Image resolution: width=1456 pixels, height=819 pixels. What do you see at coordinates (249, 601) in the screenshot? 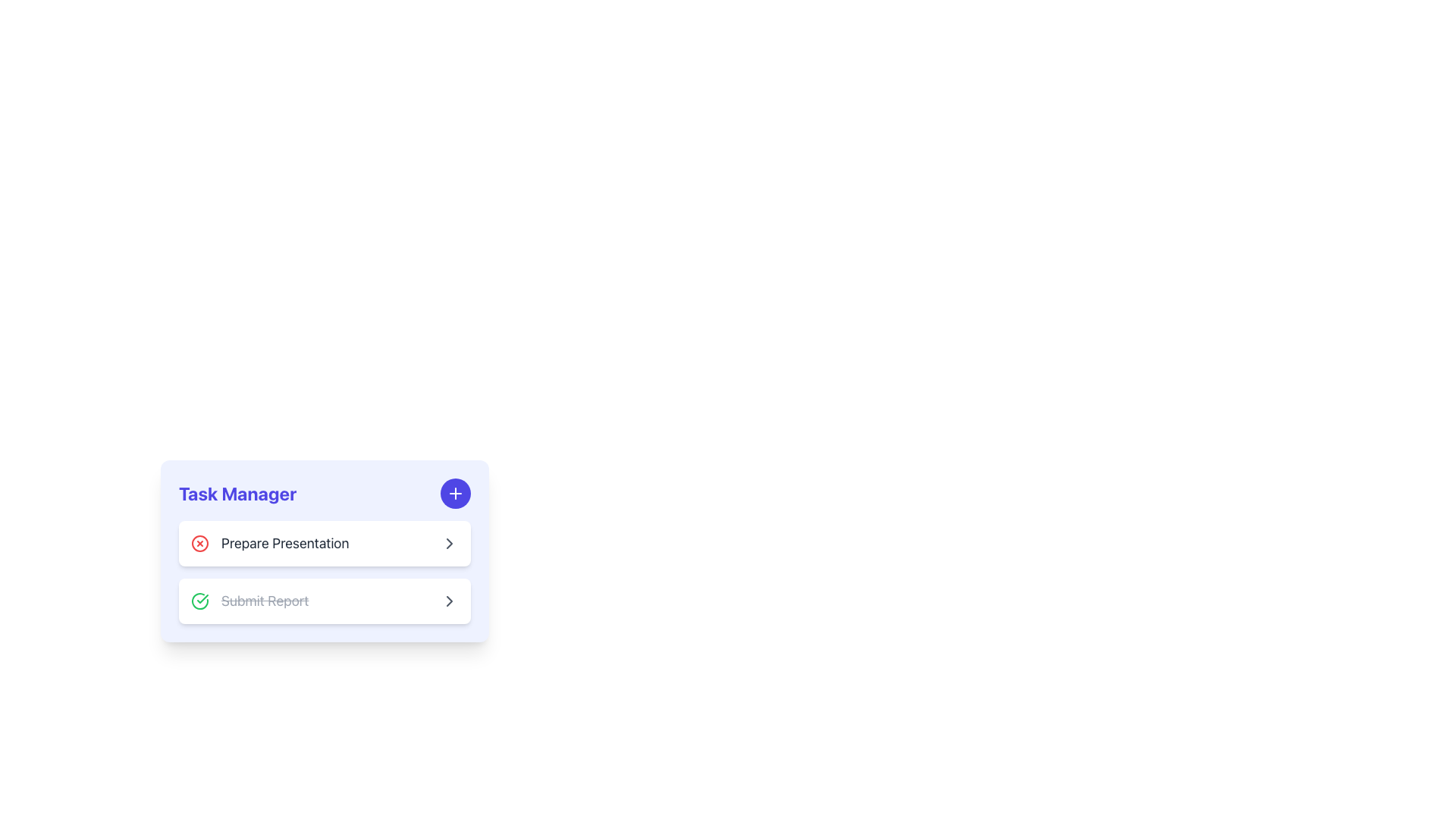
I see `the 'Submit Report' text with a strikethrough effect and a green circular checkmark icon, indicating the task is completed` at bounding box center [249, 601].